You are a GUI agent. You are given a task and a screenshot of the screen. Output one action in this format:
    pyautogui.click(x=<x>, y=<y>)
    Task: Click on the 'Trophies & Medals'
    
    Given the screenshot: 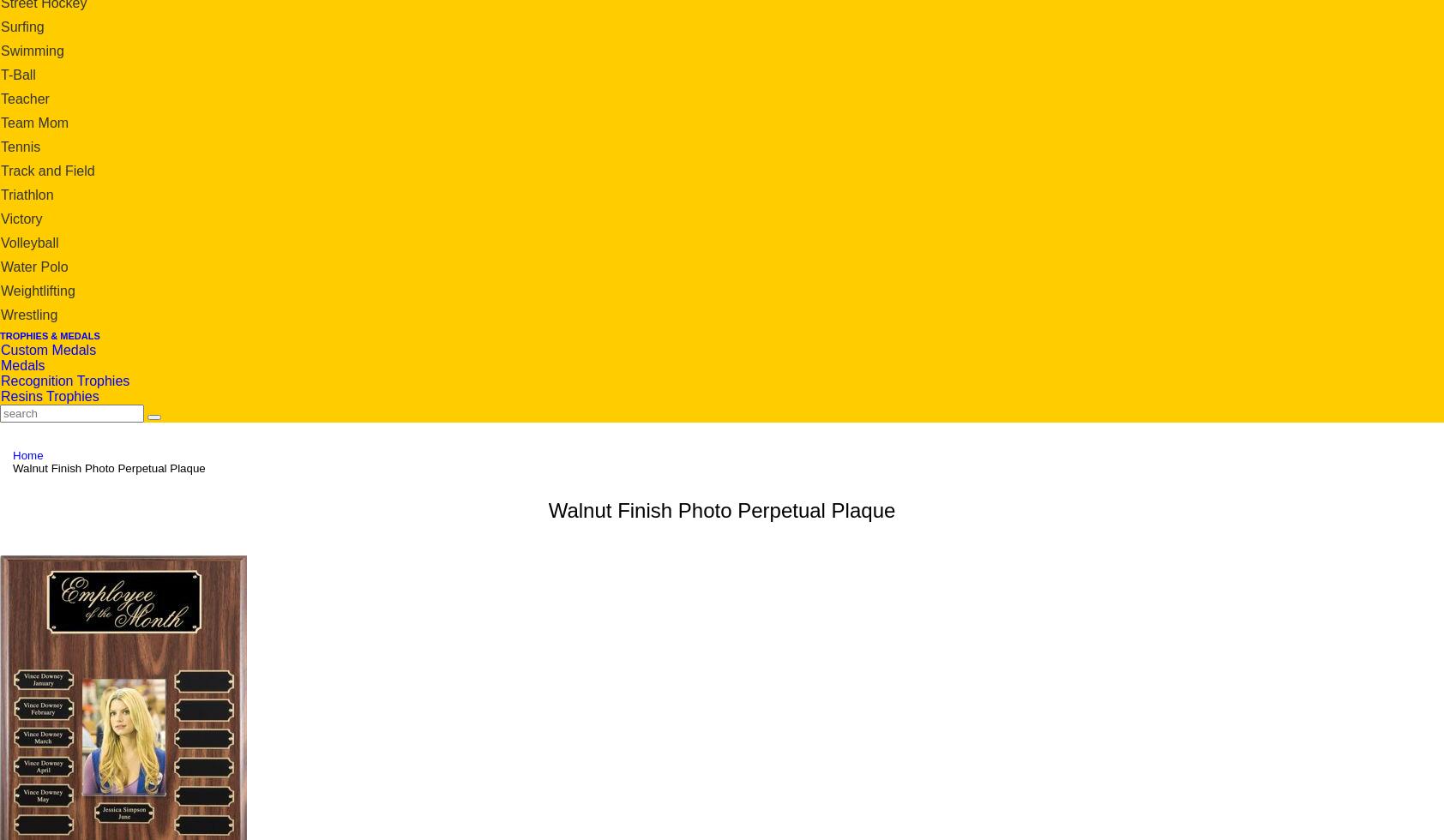 What is the action you would take?
    pyautogui.click(x=48, y=335)
    